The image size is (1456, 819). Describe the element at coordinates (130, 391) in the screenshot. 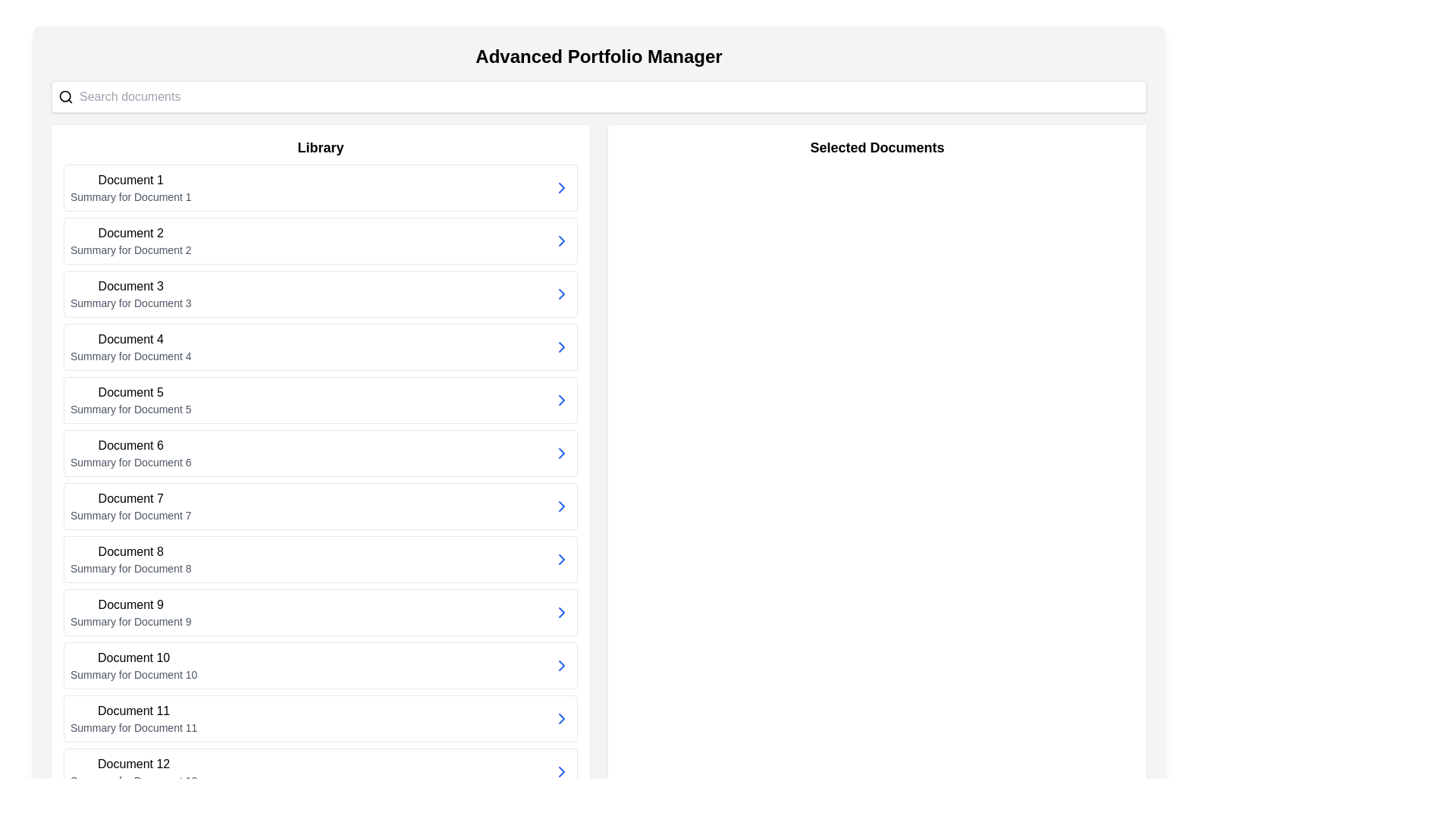

I see `the Text Label for 'Document 5' located in the left section under the header 'Library' to focus or perform an action related to it` at that location.